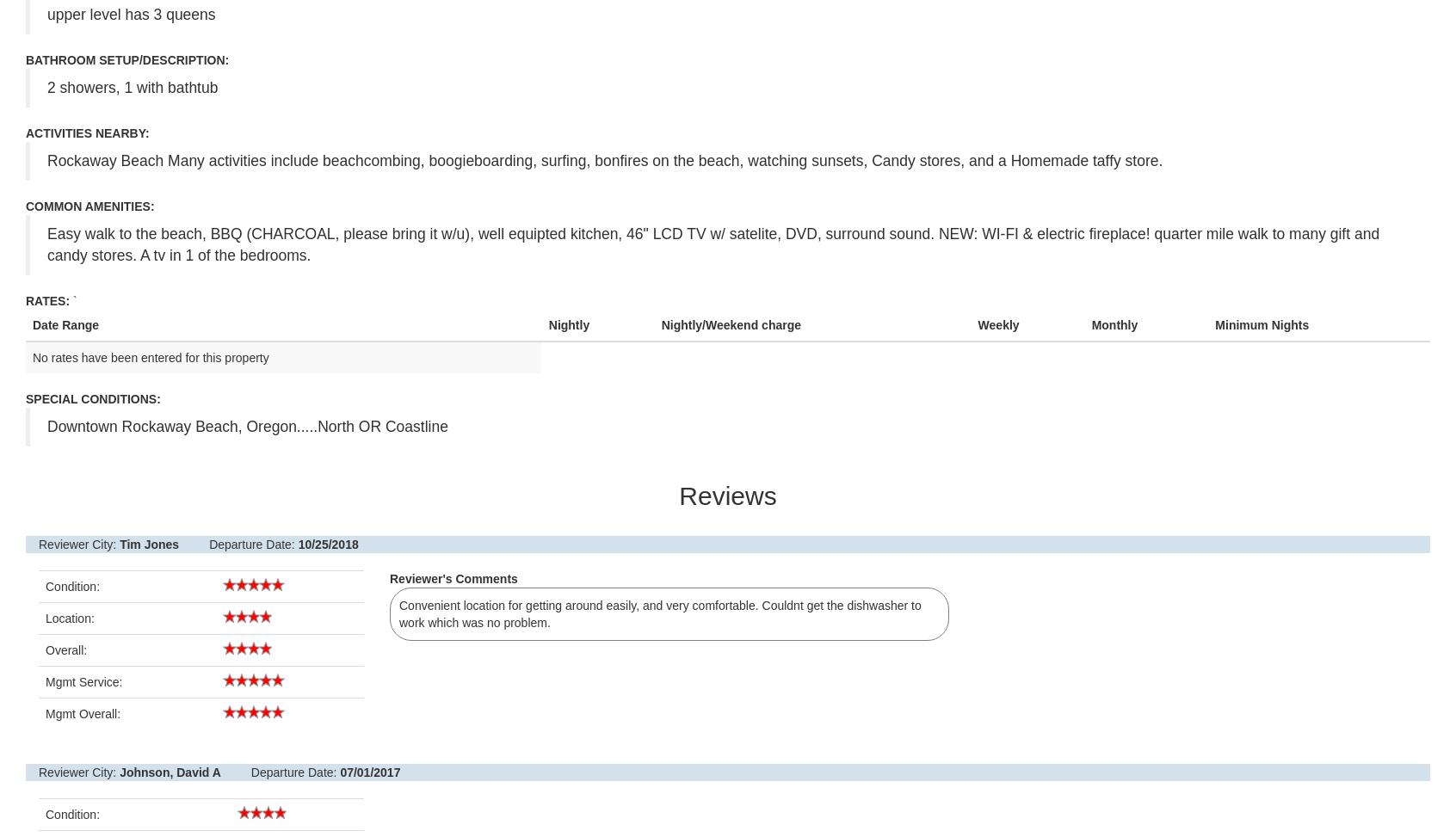 This screenshot has height=837, width=1456. I want to click on 'Downtown Rockaway Beach, Oregon.....North OR Coastline', so click(246, 426).